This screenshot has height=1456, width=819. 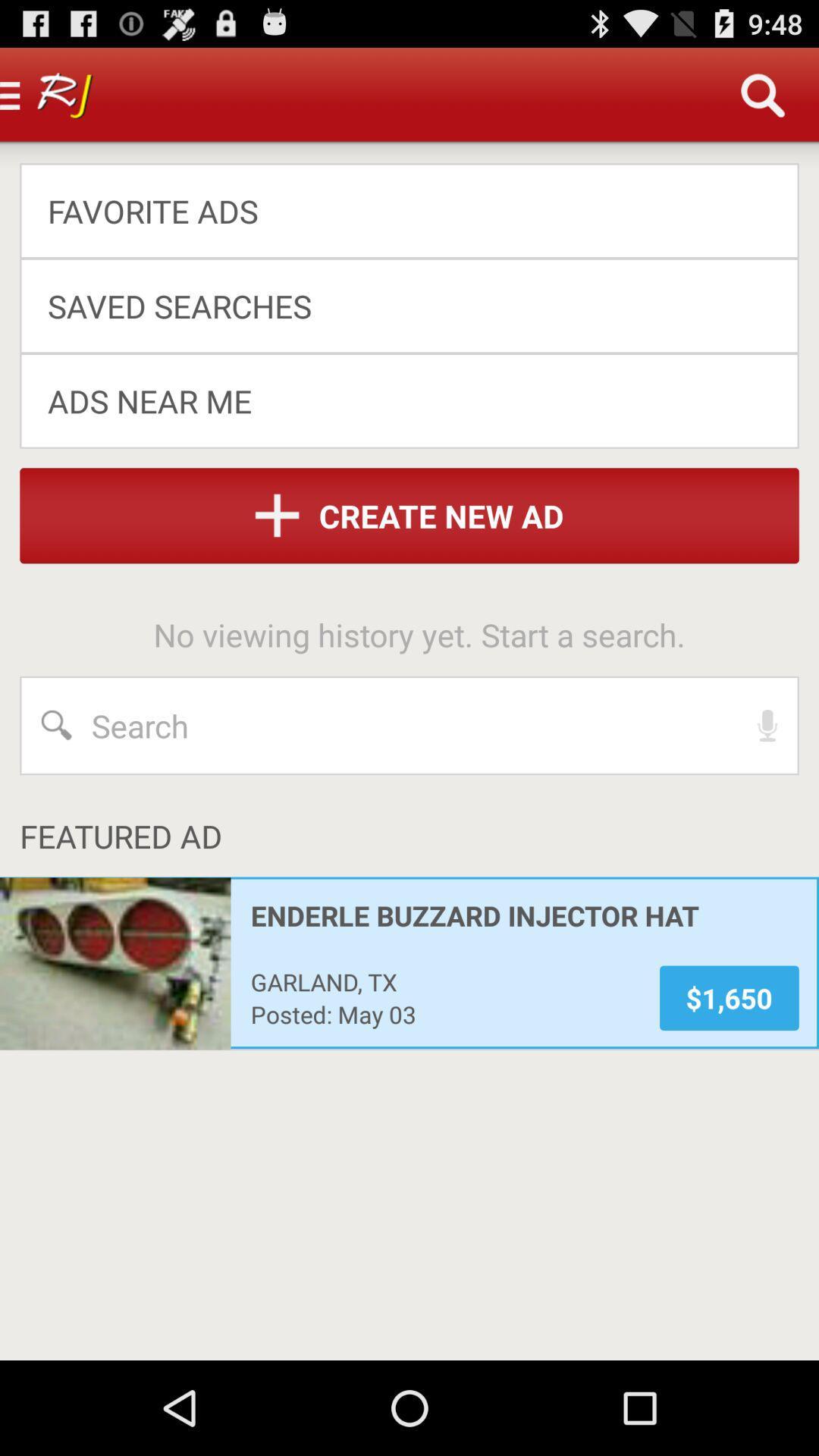 I want to click on the icon below garland, tx, so click(x=444, y=1014).